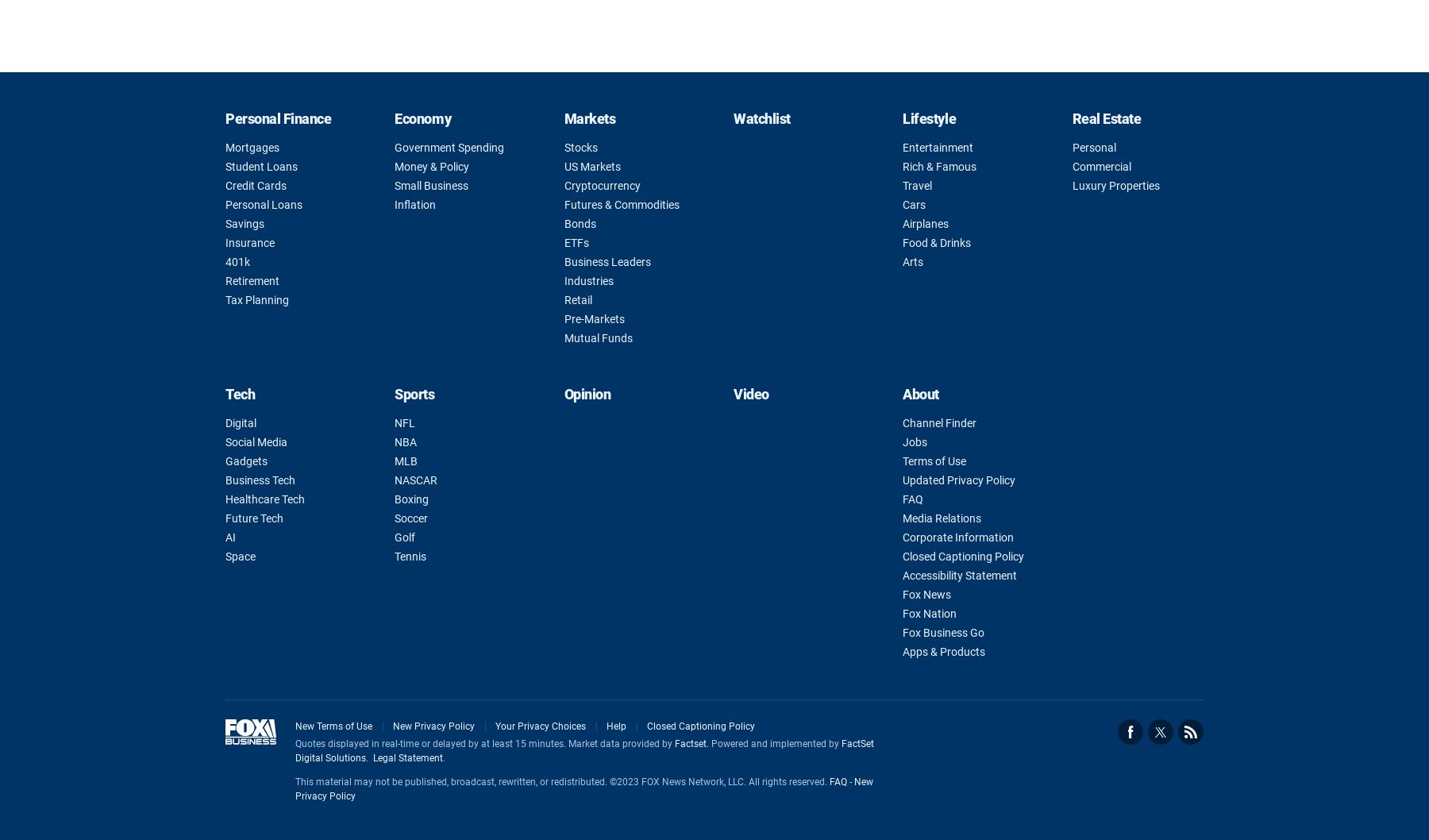  I want to click on 'Retail', so click(562, 300).